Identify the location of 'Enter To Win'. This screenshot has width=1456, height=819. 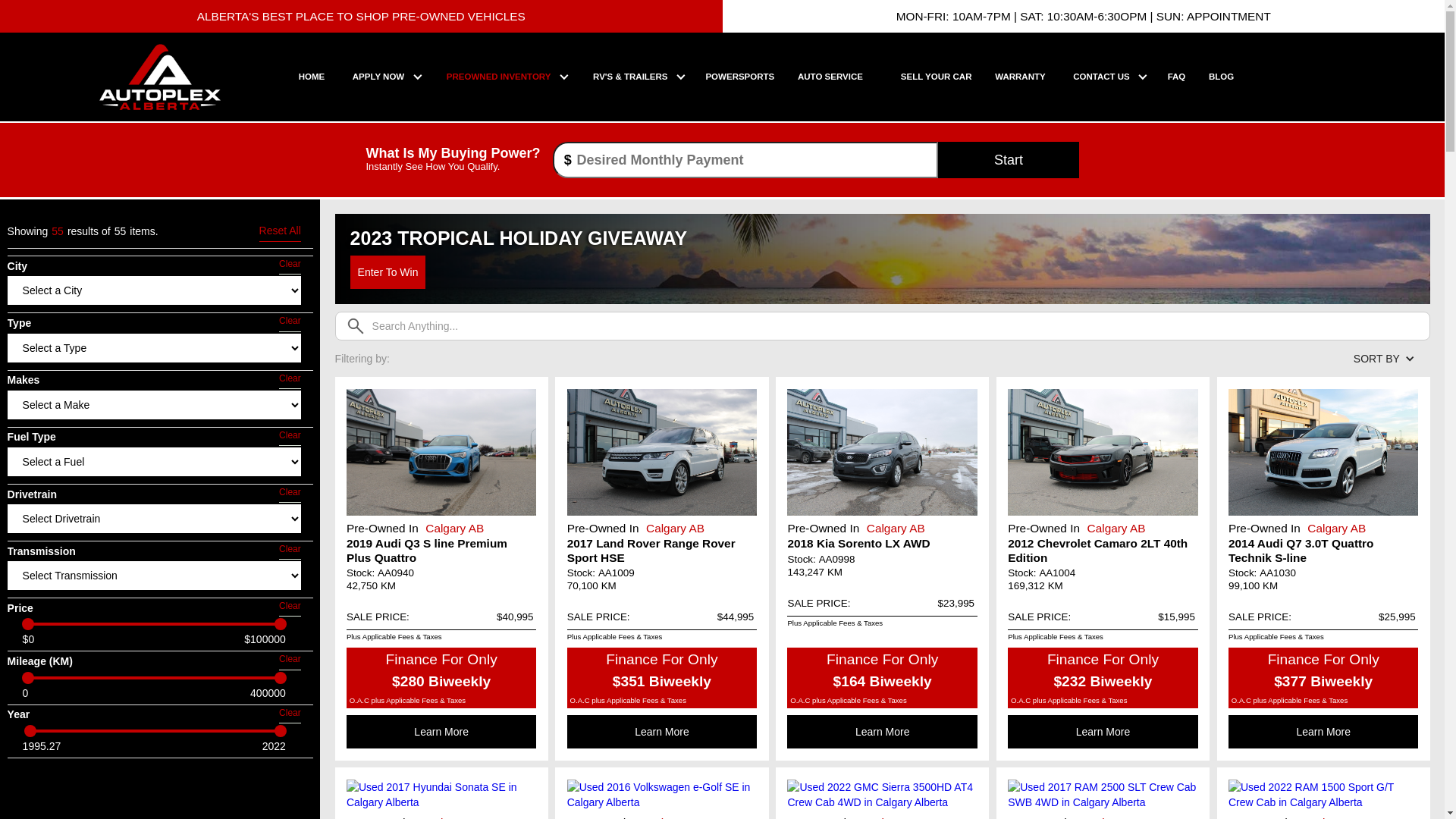
(349, 271).